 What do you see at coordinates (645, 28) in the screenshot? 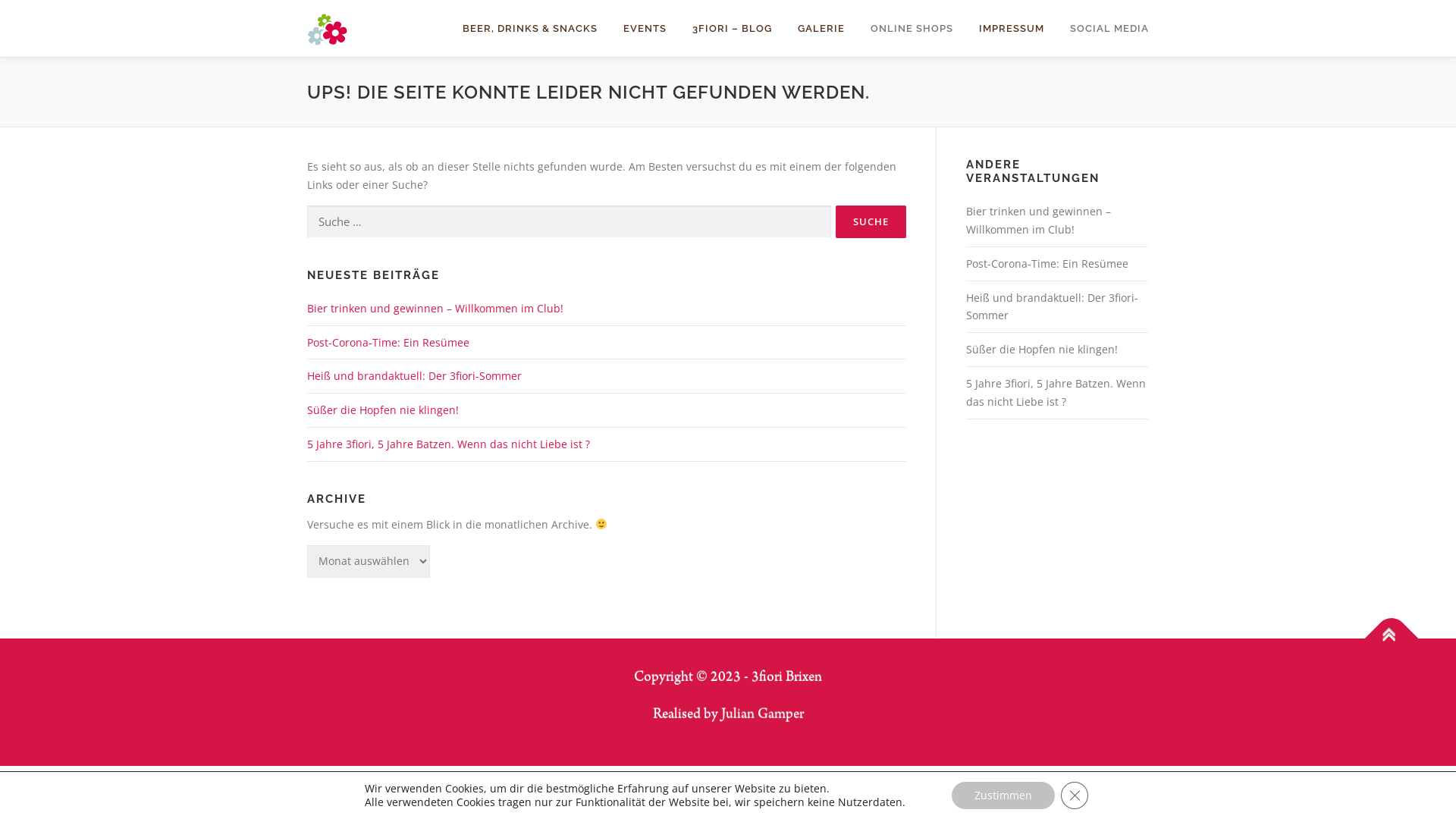
I see `'EVENTS'` at bounding box center [645, 28].